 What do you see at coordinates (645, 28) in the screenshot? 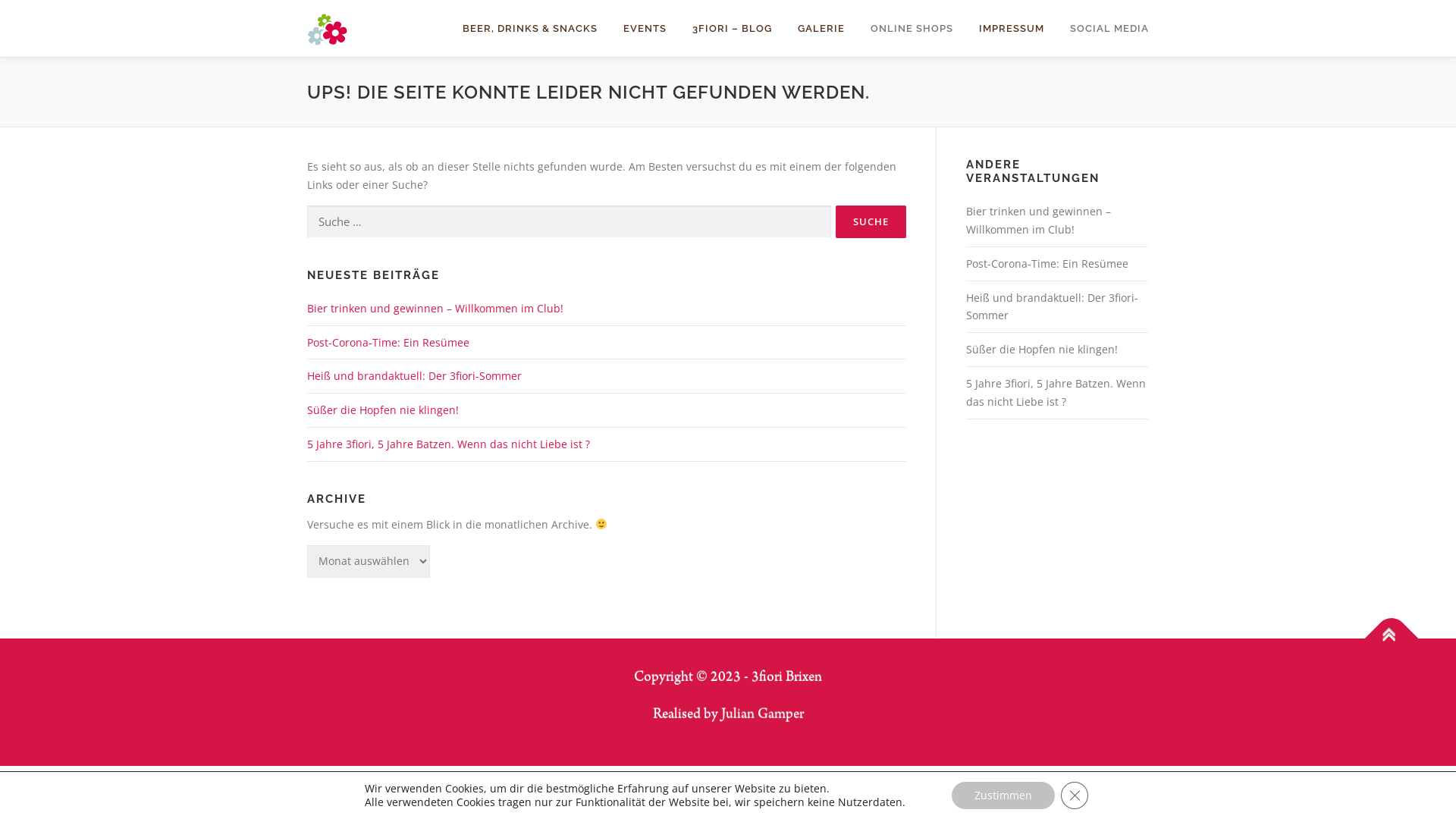
I see `'EVENTS'` at bounding box center [645, 28].